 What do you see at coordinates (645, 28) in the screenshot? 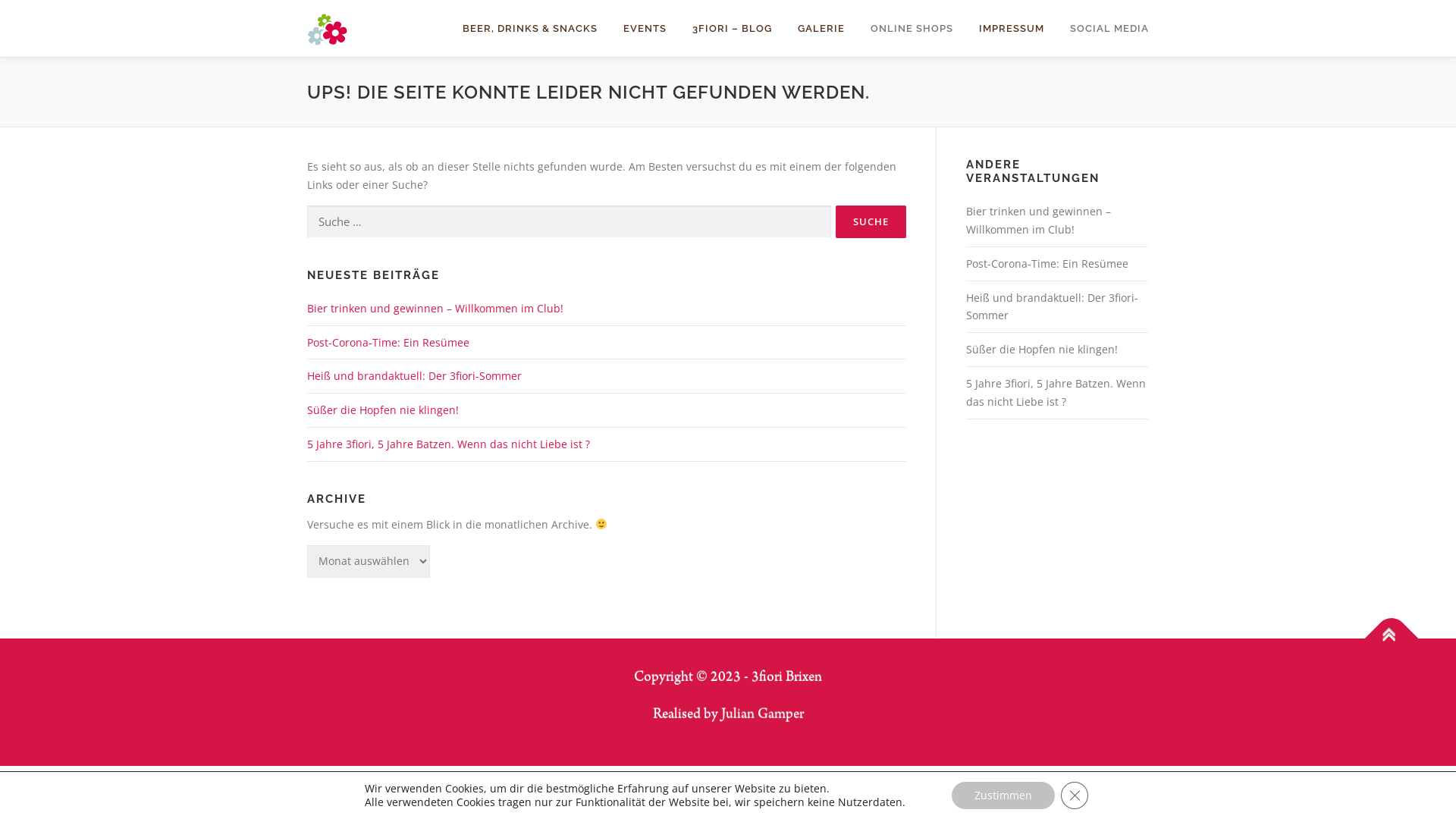
I see `'EVENTS'` at bounding box center [645, 28].